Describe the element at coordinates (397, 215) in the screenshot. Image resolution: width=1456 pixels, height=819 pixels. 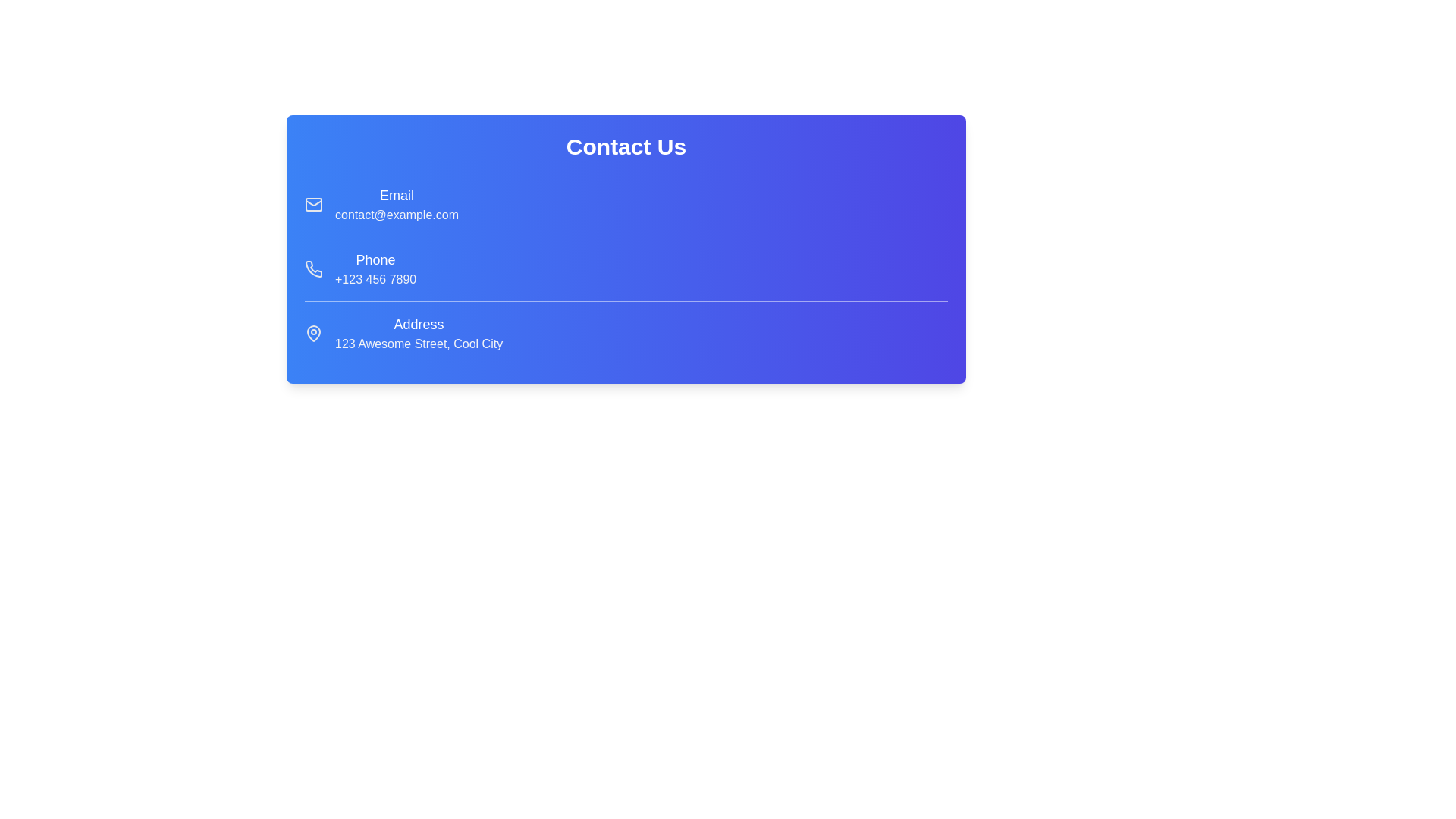
I see `the Text Display element that presents the email address, located below the 'Email' label in the contact section` at that location.